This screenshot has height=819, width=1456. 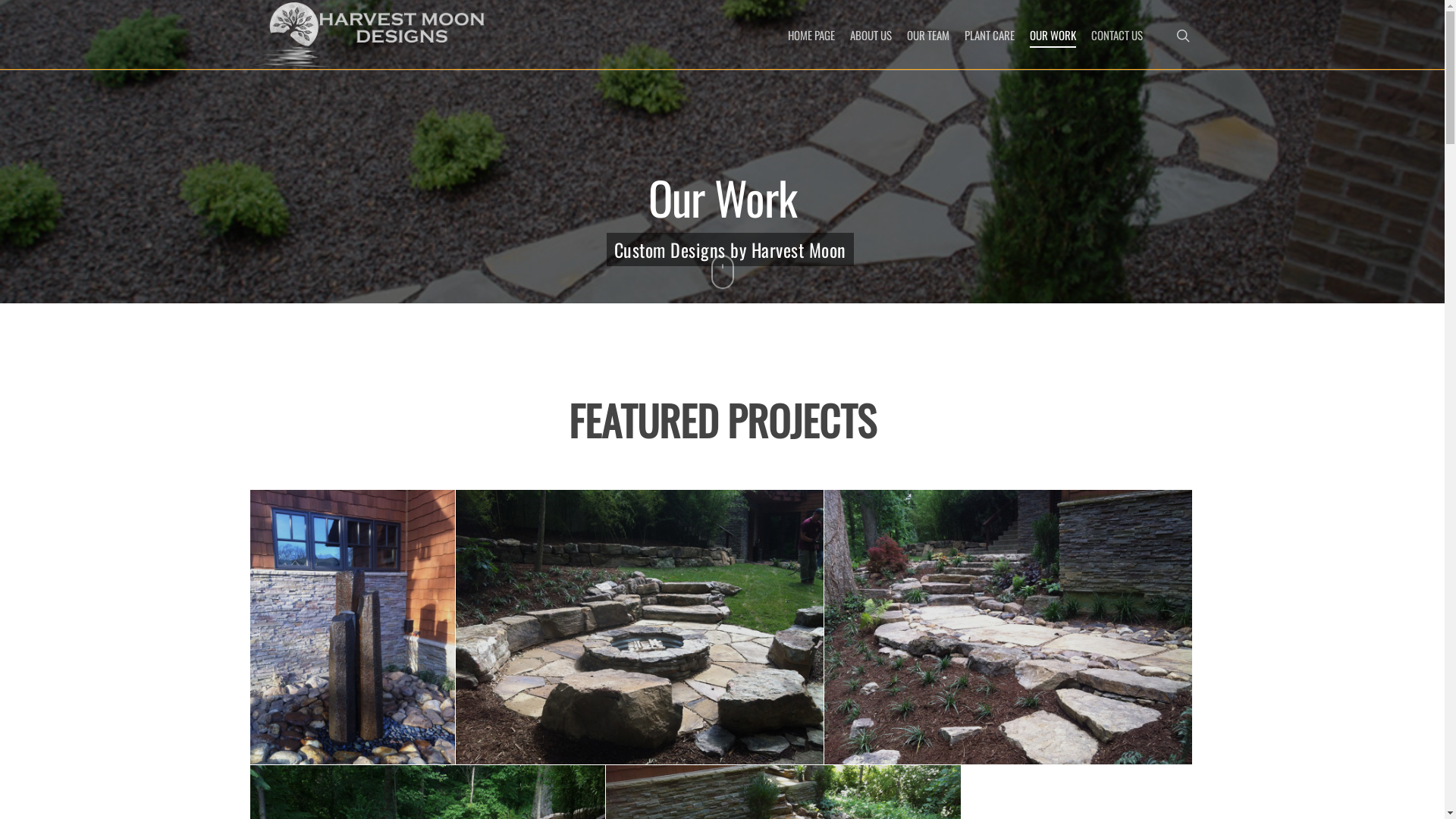 I want to click on 'HOME PAGE', so click(x=811, y=34).